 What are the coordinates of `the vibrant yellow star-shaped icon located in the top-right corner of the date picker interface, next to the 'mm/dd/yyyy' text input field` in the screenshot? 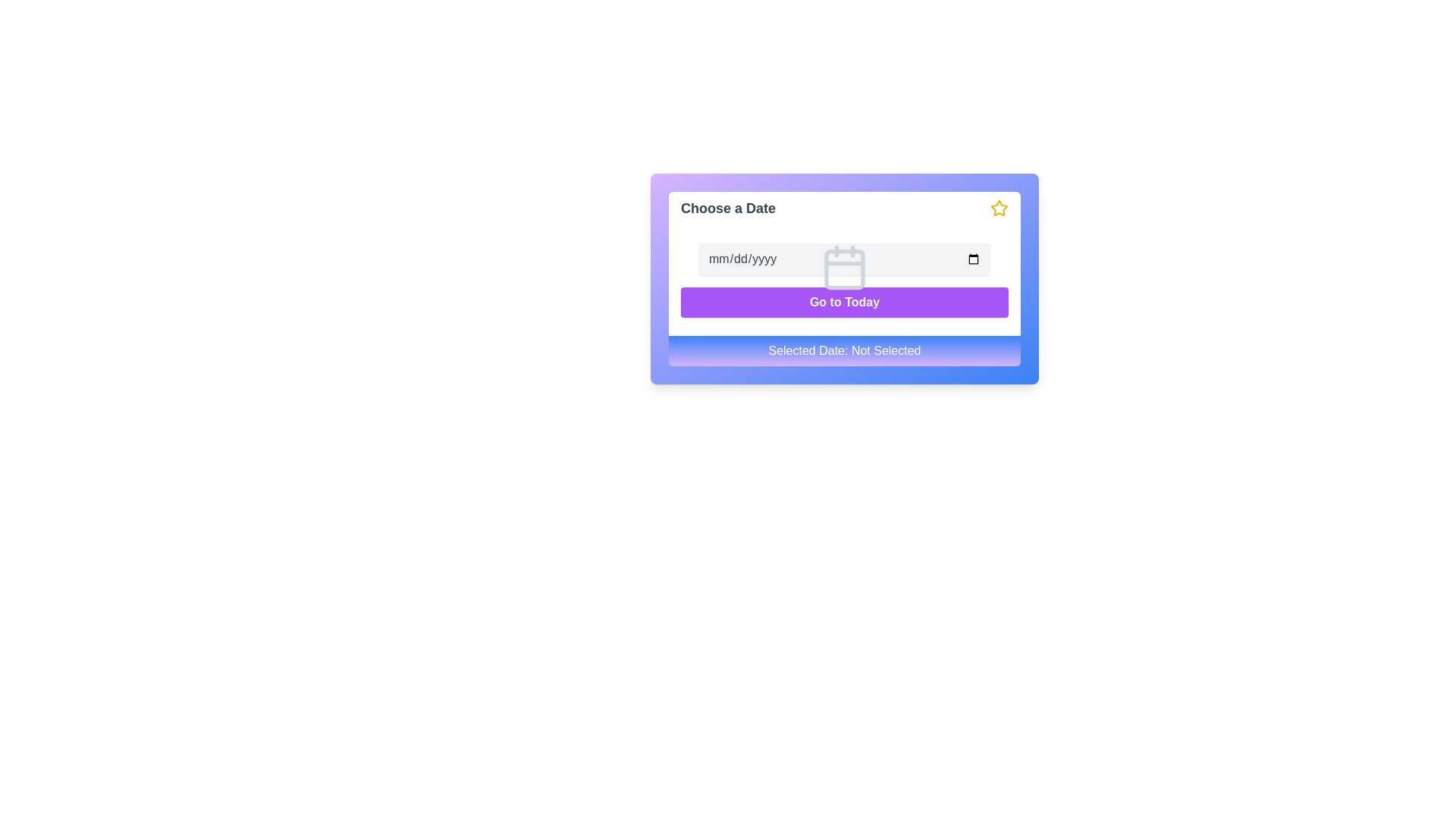 It's located at (999, 208).